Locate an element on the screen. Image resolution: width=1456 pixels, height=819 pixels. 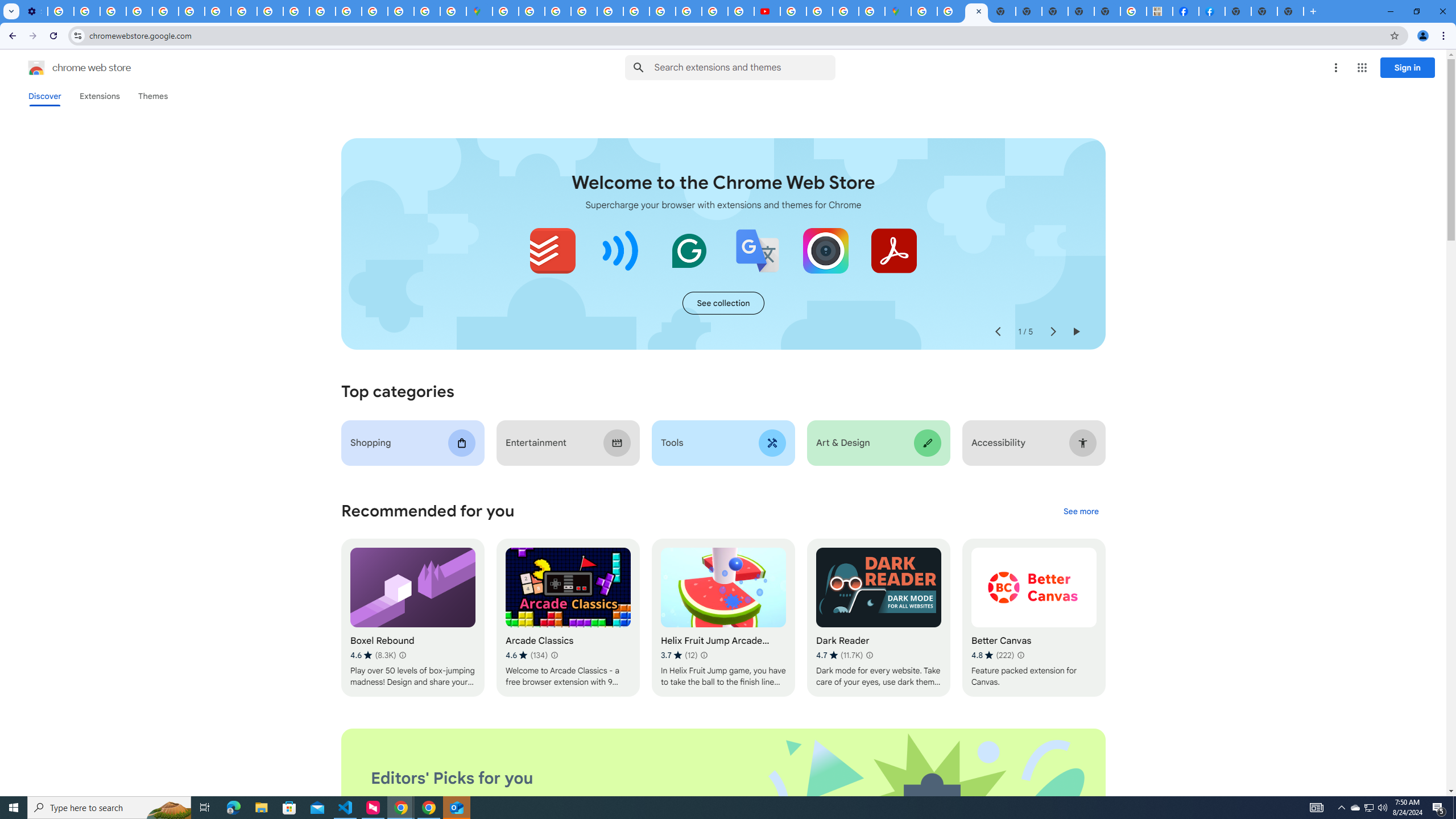
'Search input' is located at coordinates (744, 67).